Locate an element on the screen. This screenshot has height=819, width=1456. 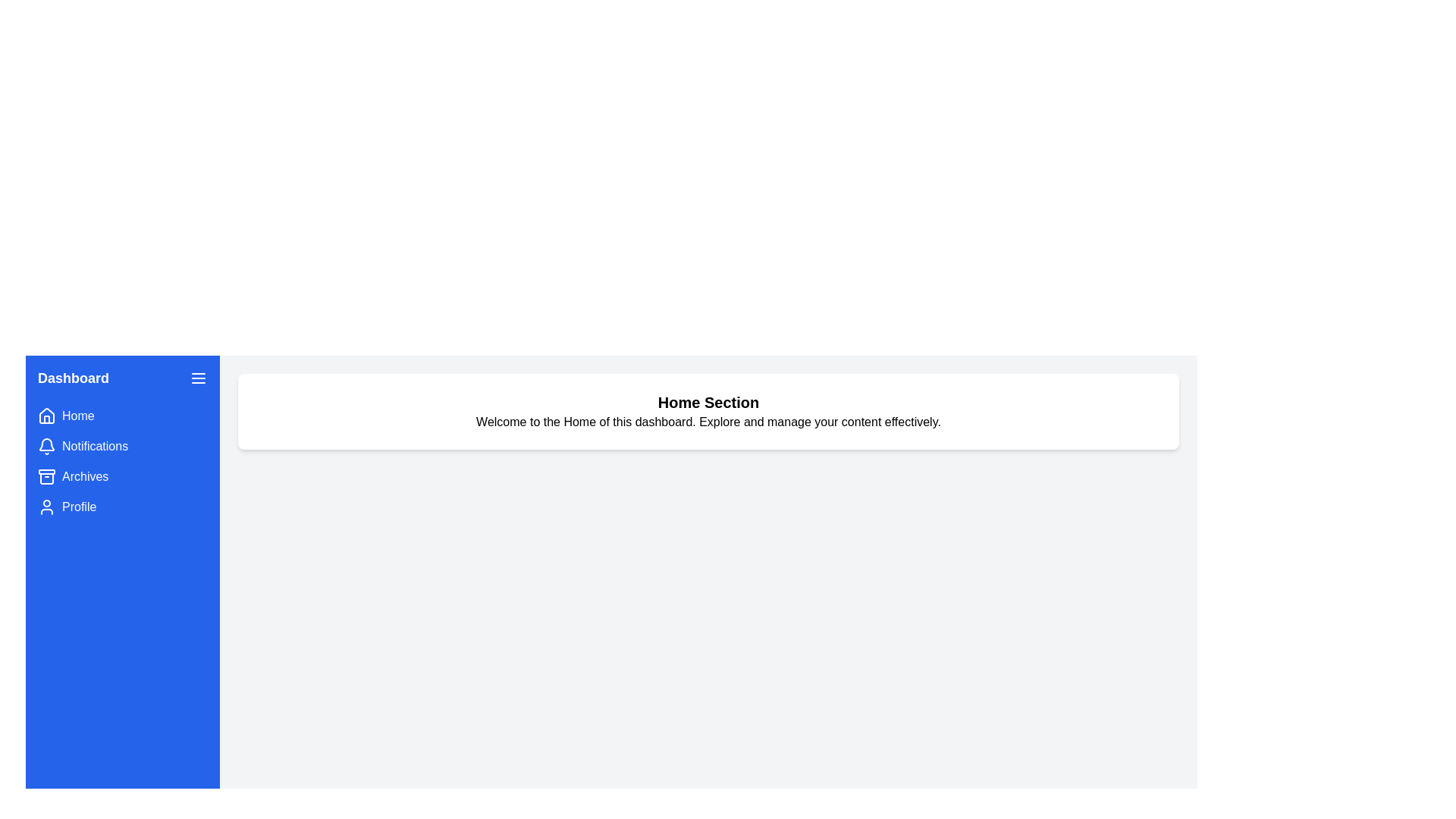
the small white archive box icon located in the vertical navigation bar, which is the third item under 'Notifications' and is associated with the 'Archives' menu item is located at coordinates (47, 475).